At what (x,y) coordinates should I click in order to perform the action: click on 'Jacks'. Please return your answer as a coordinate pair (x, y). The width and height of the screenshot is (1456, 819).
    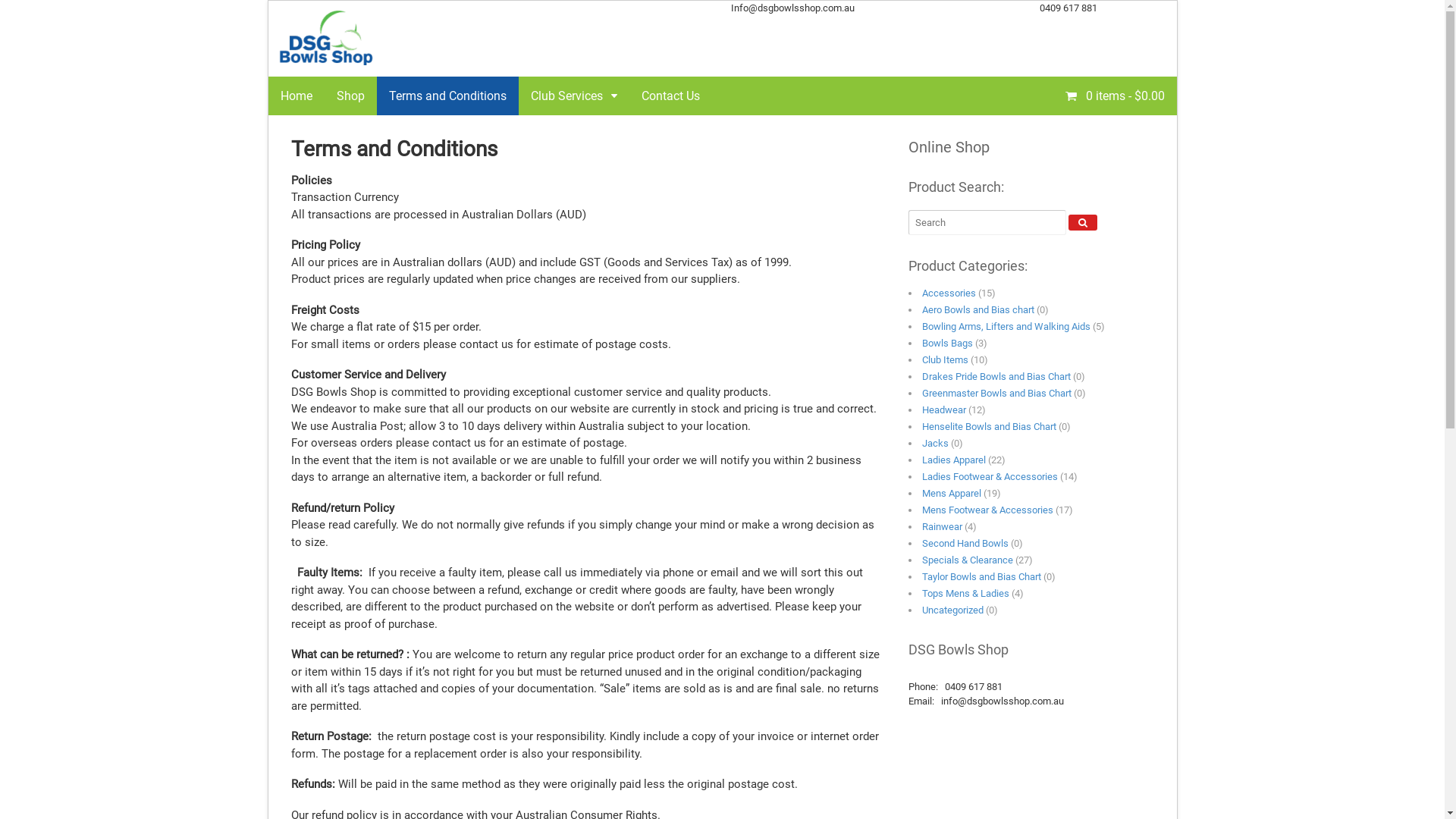
    Looking at the image, I should click on (921, 443).